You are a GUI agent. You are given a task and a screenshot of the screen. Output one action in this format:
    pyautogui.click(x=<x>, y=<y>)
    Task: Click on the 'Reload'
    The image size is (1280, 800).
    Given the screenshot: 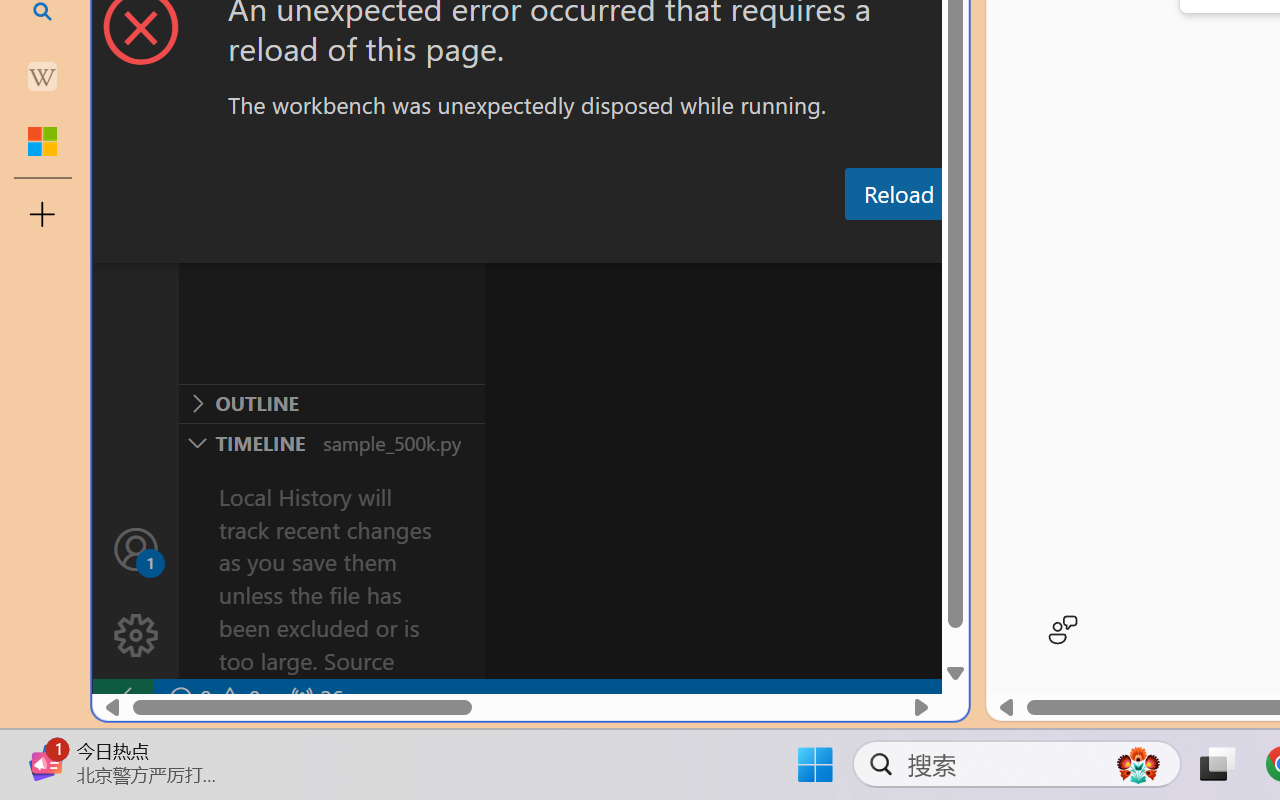 What is the action you would take?
    pyautogui.click(x=897, y=192)
    